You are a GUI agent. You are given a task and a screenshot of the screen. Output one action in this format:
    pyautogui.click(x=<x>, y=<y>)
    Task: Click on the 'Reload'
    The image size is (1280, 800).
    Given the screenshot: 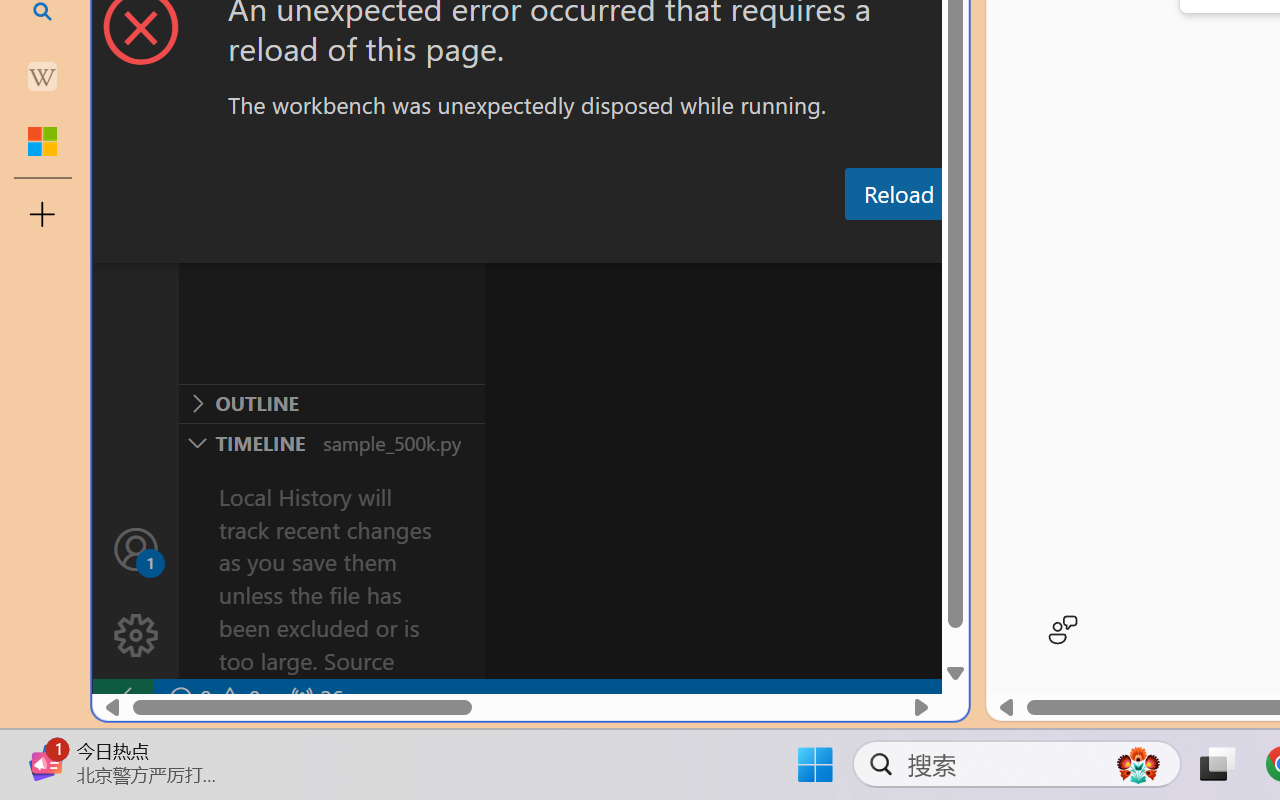 What is the action you would take?
    pyautogui.click(x=897, y=192)
    